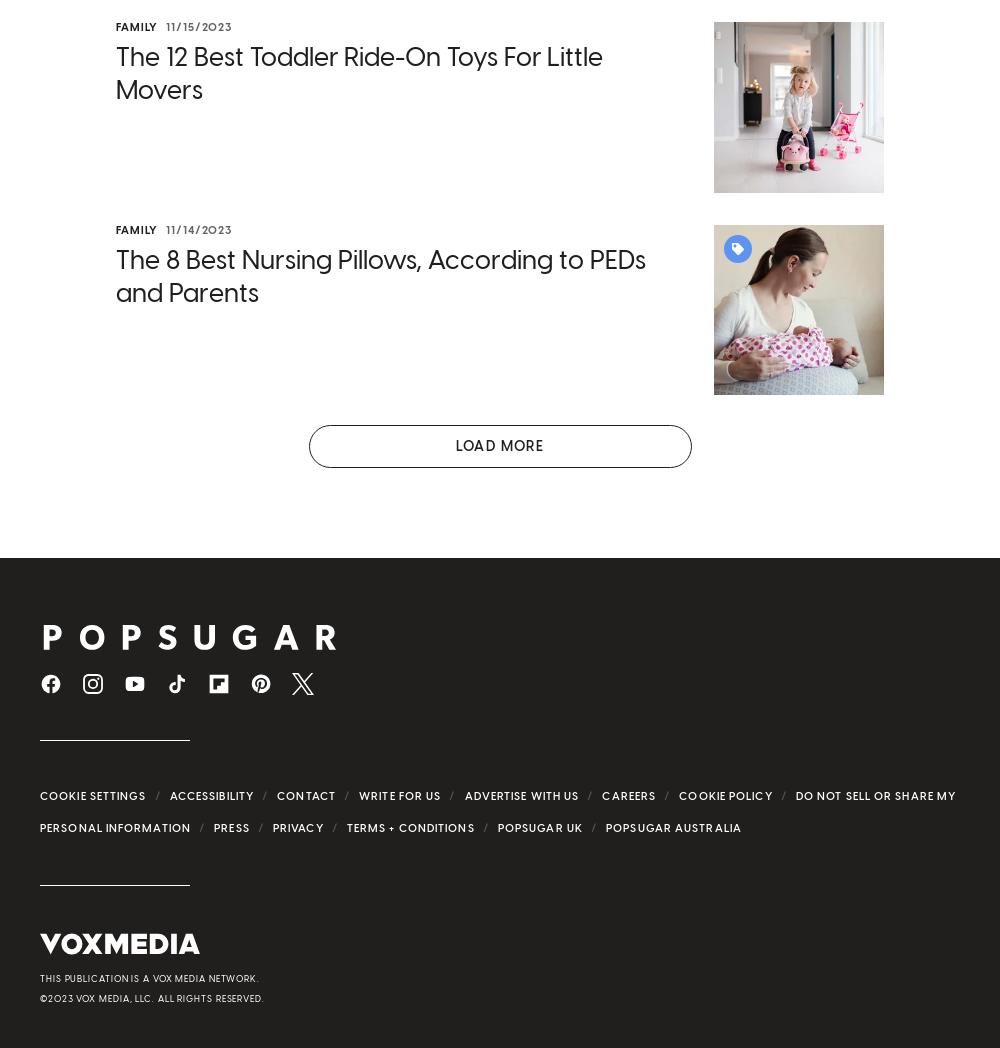 The width and height of the screenshot is (1000, 1048). I want to click on '11/14/2023', so click(198, 229).